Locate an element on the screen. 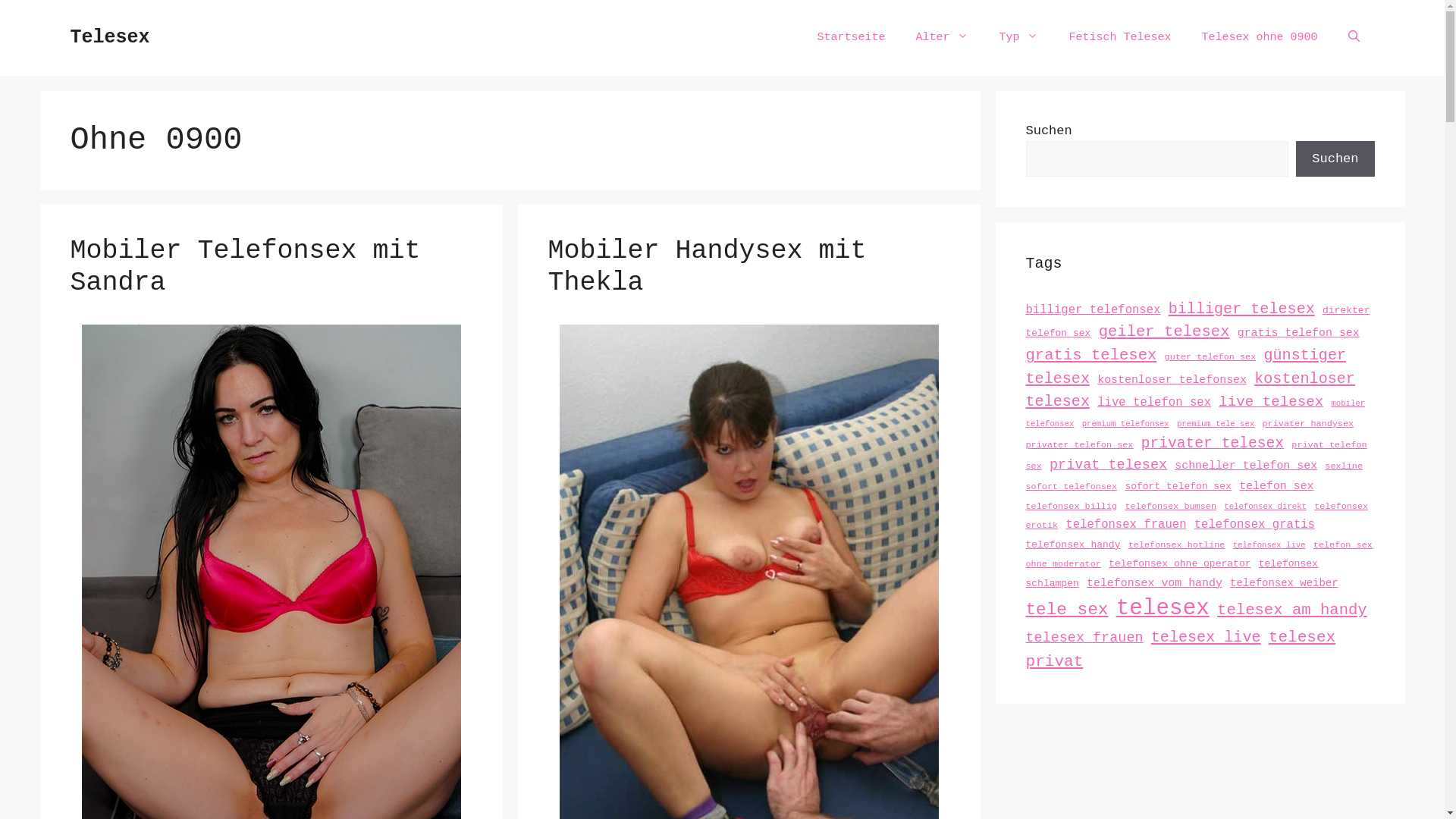 Image resolution: width=1456 pixels, height=819 pixels. 'Suchen' is located at coordinates (1335, 158).